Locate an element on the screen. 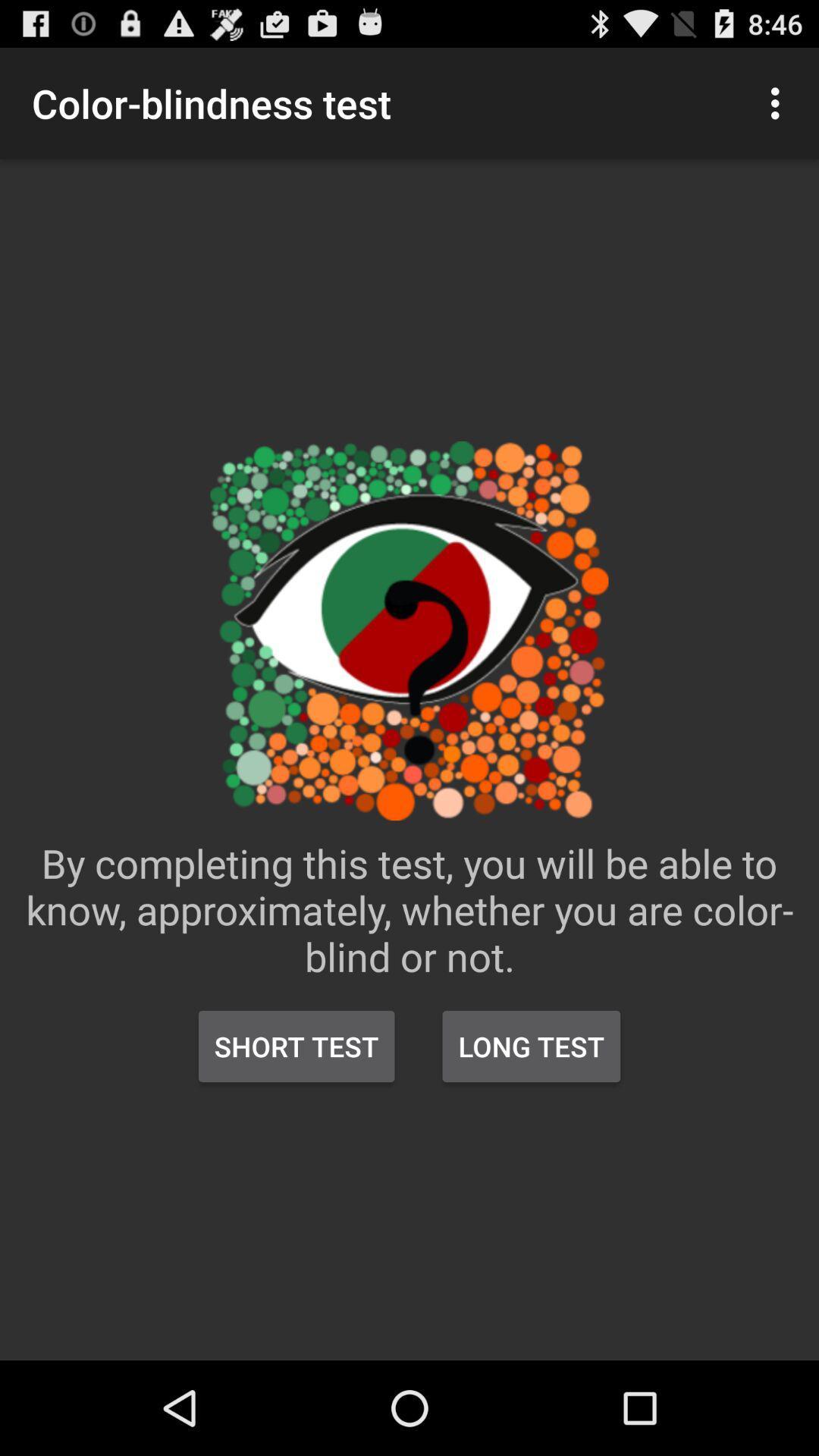 Image resolution: width=819 pixels, height=1456 pixels. the icon next to long test icon is located at coordinates (297, 1046).